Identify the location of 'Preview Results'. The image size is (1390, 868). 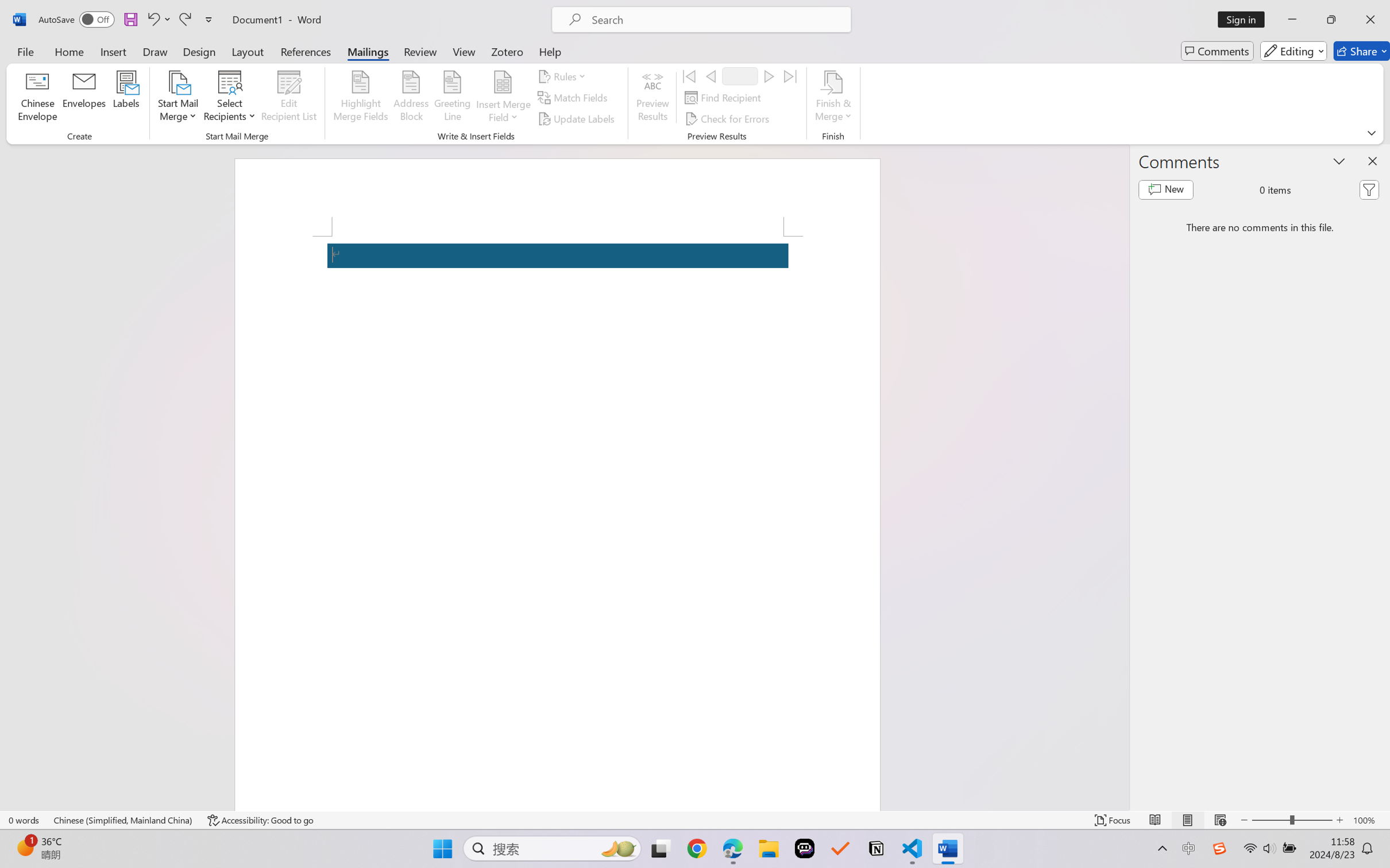
(653, 98).